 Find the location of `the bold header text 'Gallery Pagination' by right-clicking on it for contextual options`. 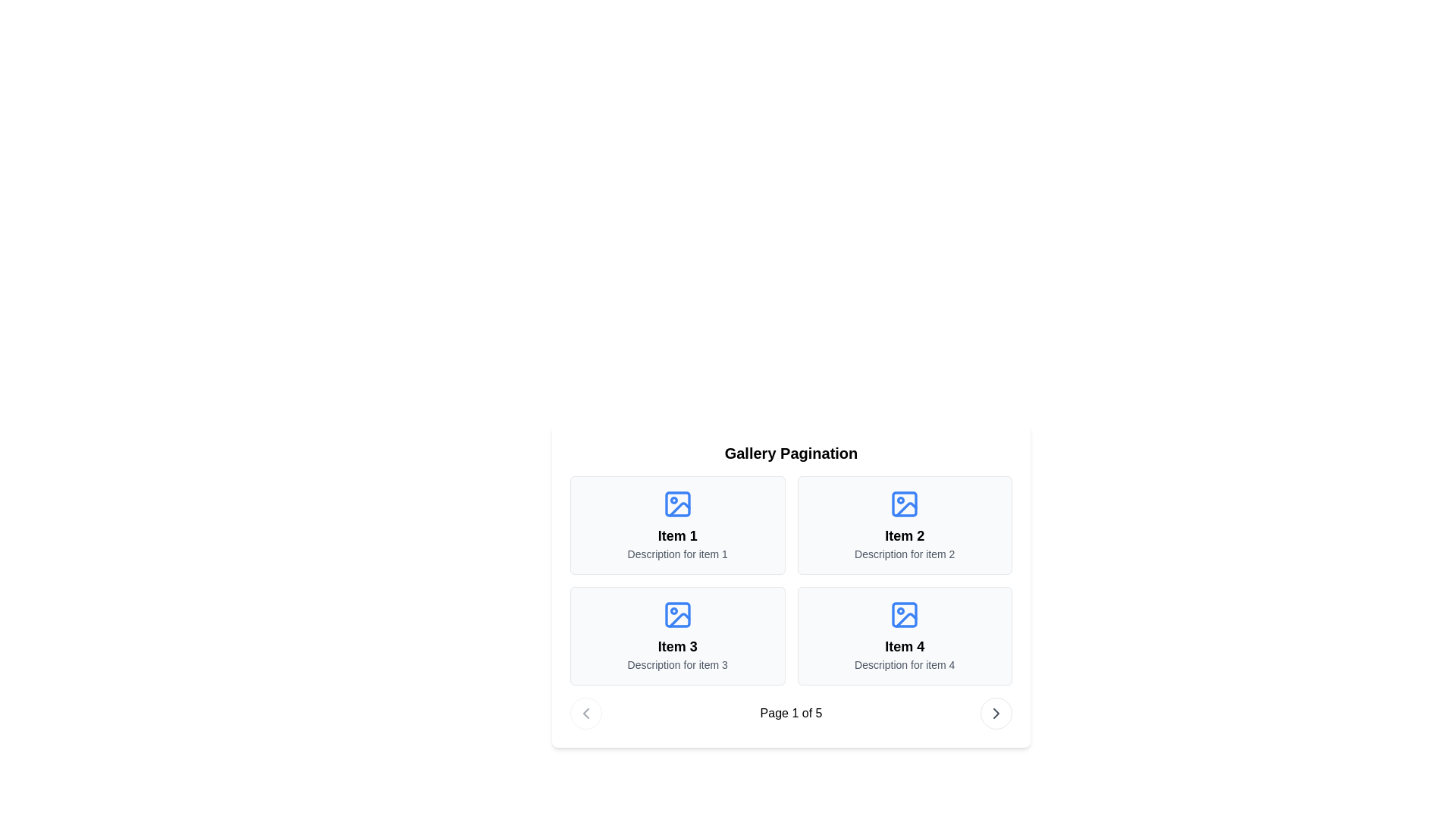

the bold header text 'Gallery Pagination' by right-clicking on it for contextual options is located at coordinates (790, 452).